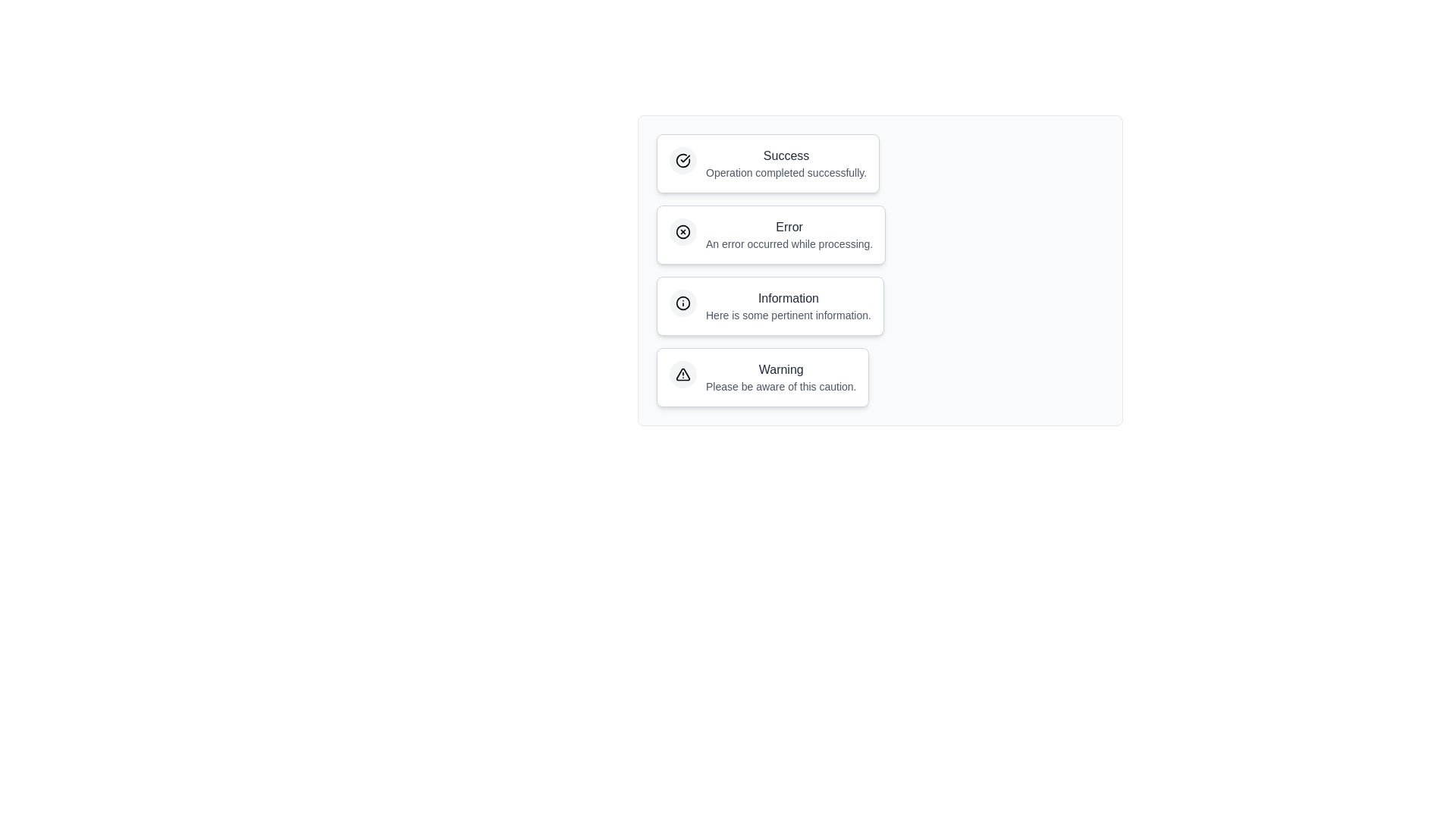 The image size is (1456, 819). I want to click on the notification chip labeled Information, so click(769, 306).